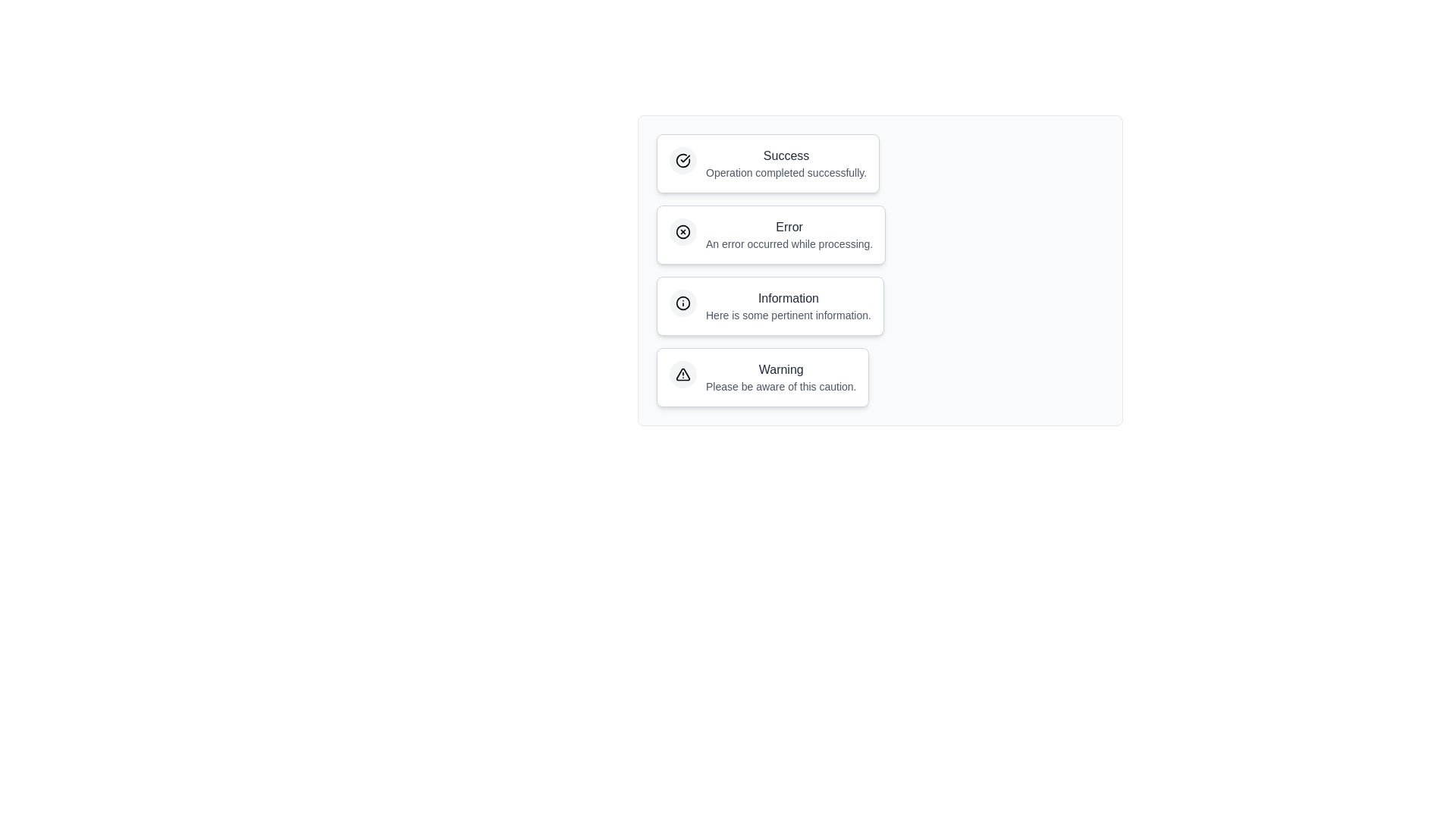 The image size is (1456, 819). I want to click on the notification chip labeled Information, so click(769, 306).